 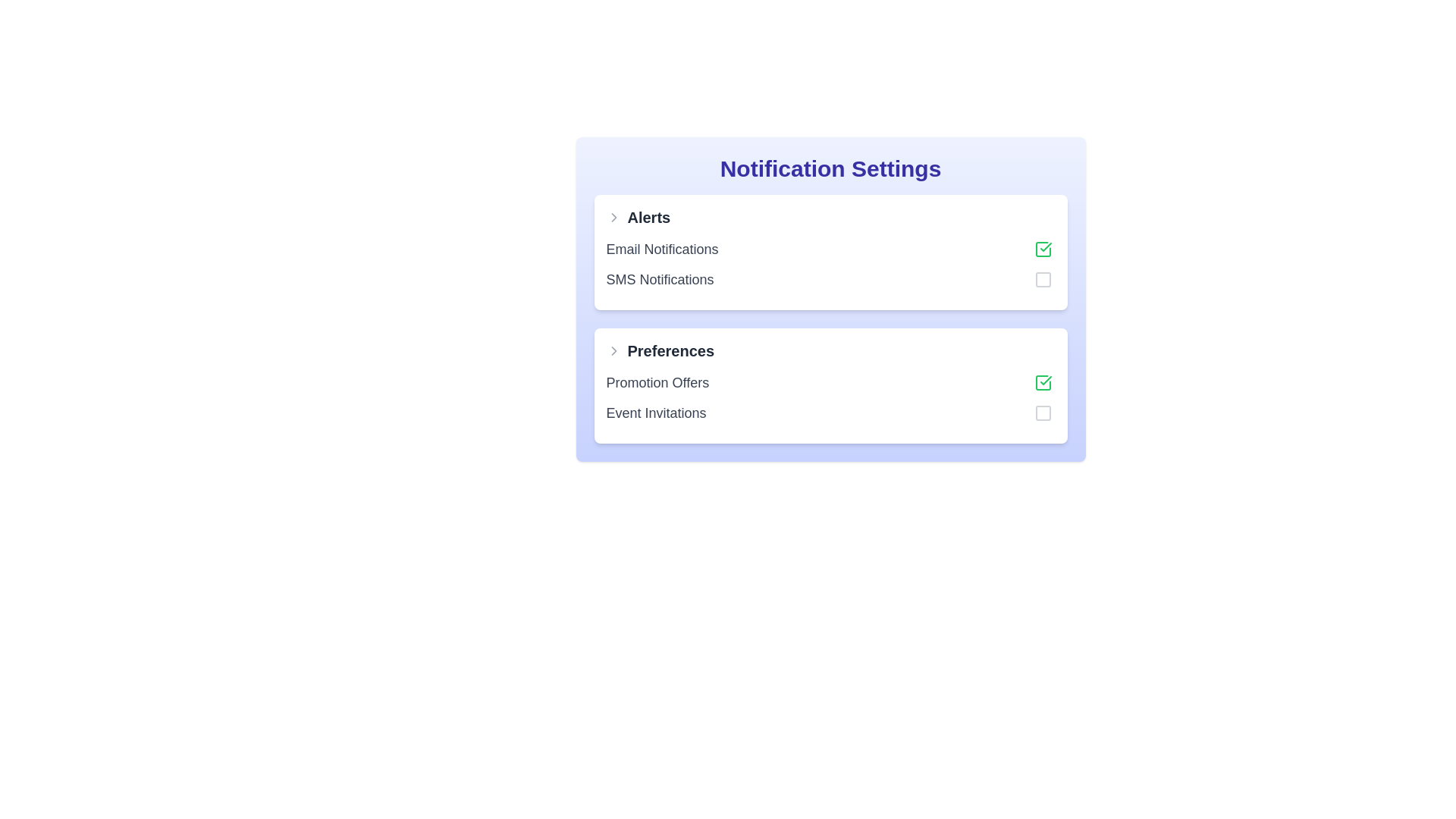 I want to click on the collapsible section icon next to the 'Alerts' heading, so click(x=613, y=217).